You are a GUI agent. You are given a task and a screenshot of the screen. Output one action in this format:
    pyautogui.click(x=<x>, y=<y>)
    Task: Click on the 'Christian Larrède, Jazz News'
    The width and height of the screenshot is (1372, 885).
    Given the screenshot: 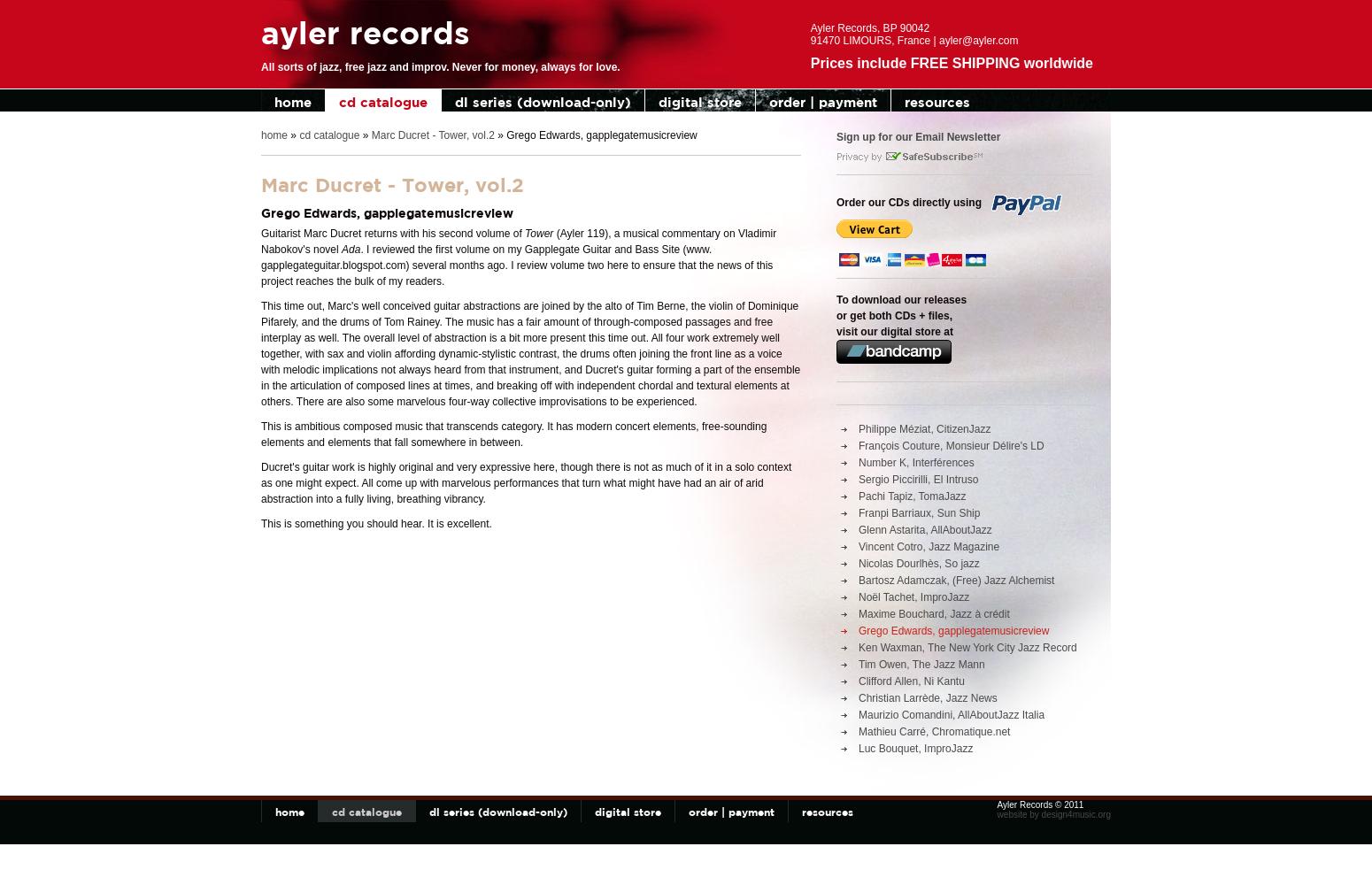 What is the action you would take?
    pyautogui.click(x=927, y=698)
    